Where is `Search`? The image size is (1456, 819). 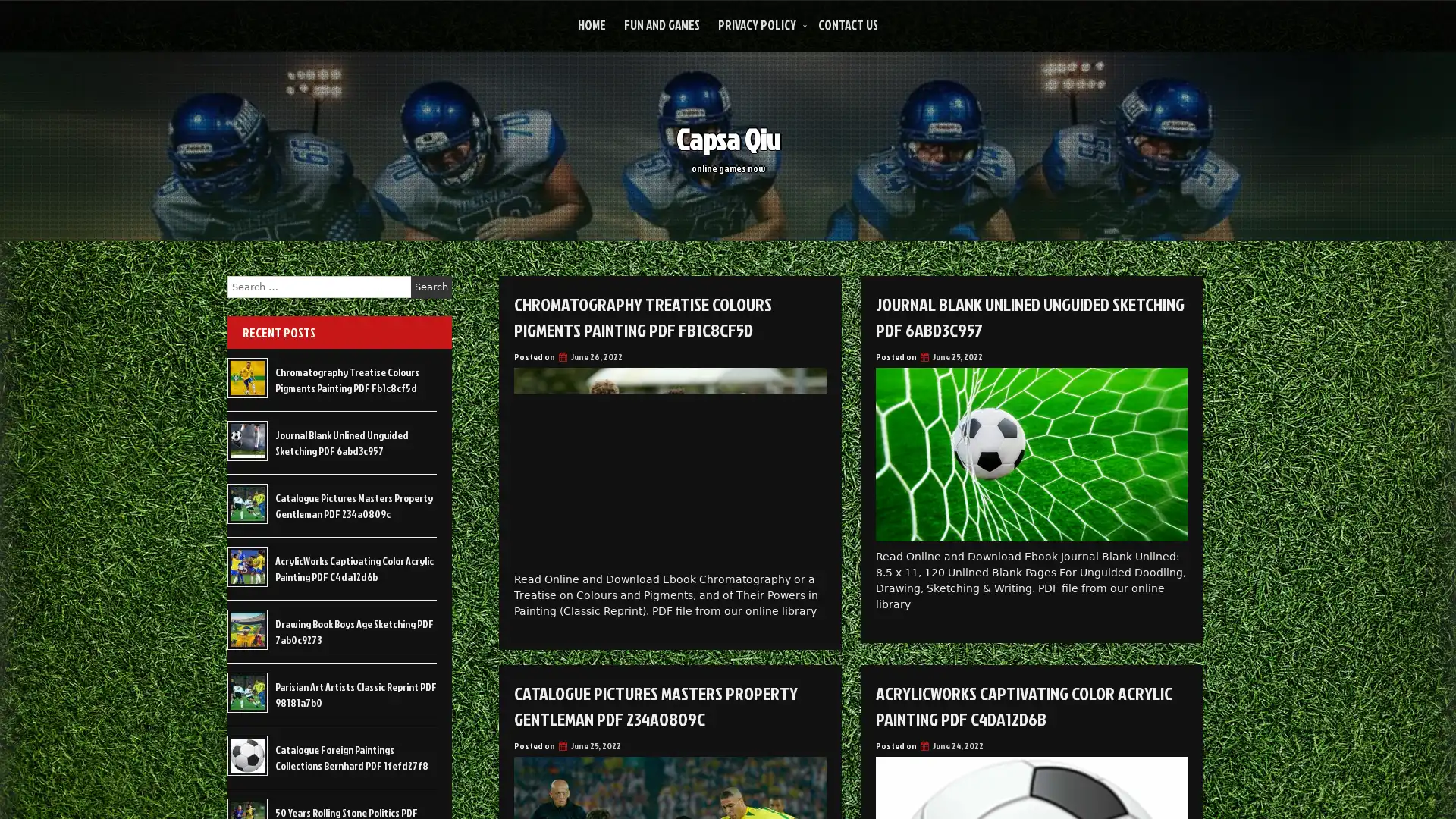
Search is located at coordinates (431, 287).